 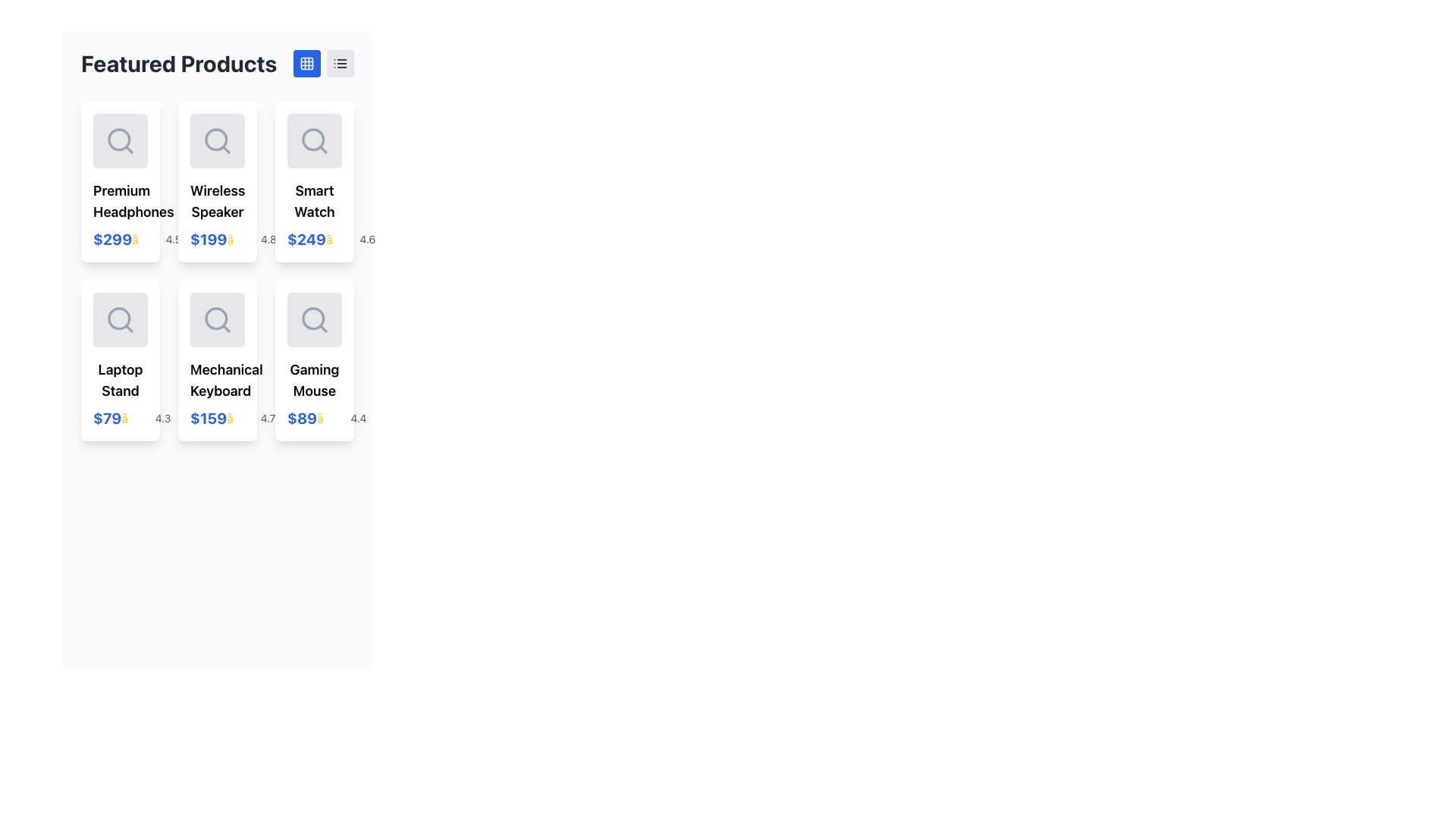 I want to click on the text element displaying the average rating score for the Smart Watch product, located to the right of the yellow star visual in the Featured Products grid, so click(x=367, y=239).